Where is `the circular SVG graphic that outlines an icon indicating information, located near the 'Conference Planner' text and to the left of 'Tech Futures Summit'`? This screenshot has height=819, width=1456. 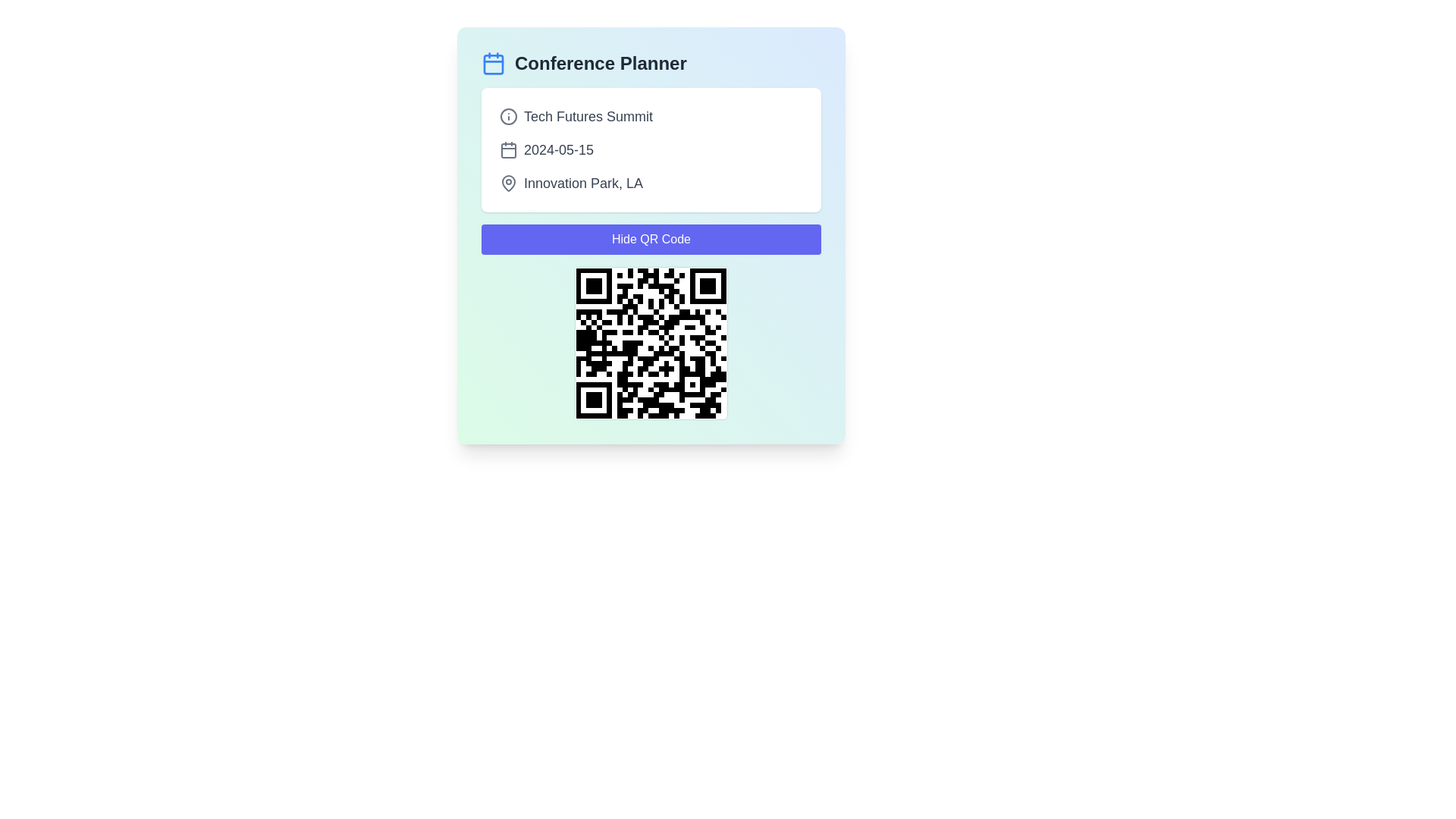
the circular SVG graphic that outlines an icon indicating information, located near the 'Conference Planner' text and to the left of 'Tech Futures Summit' is located at coordinates (509, 116).